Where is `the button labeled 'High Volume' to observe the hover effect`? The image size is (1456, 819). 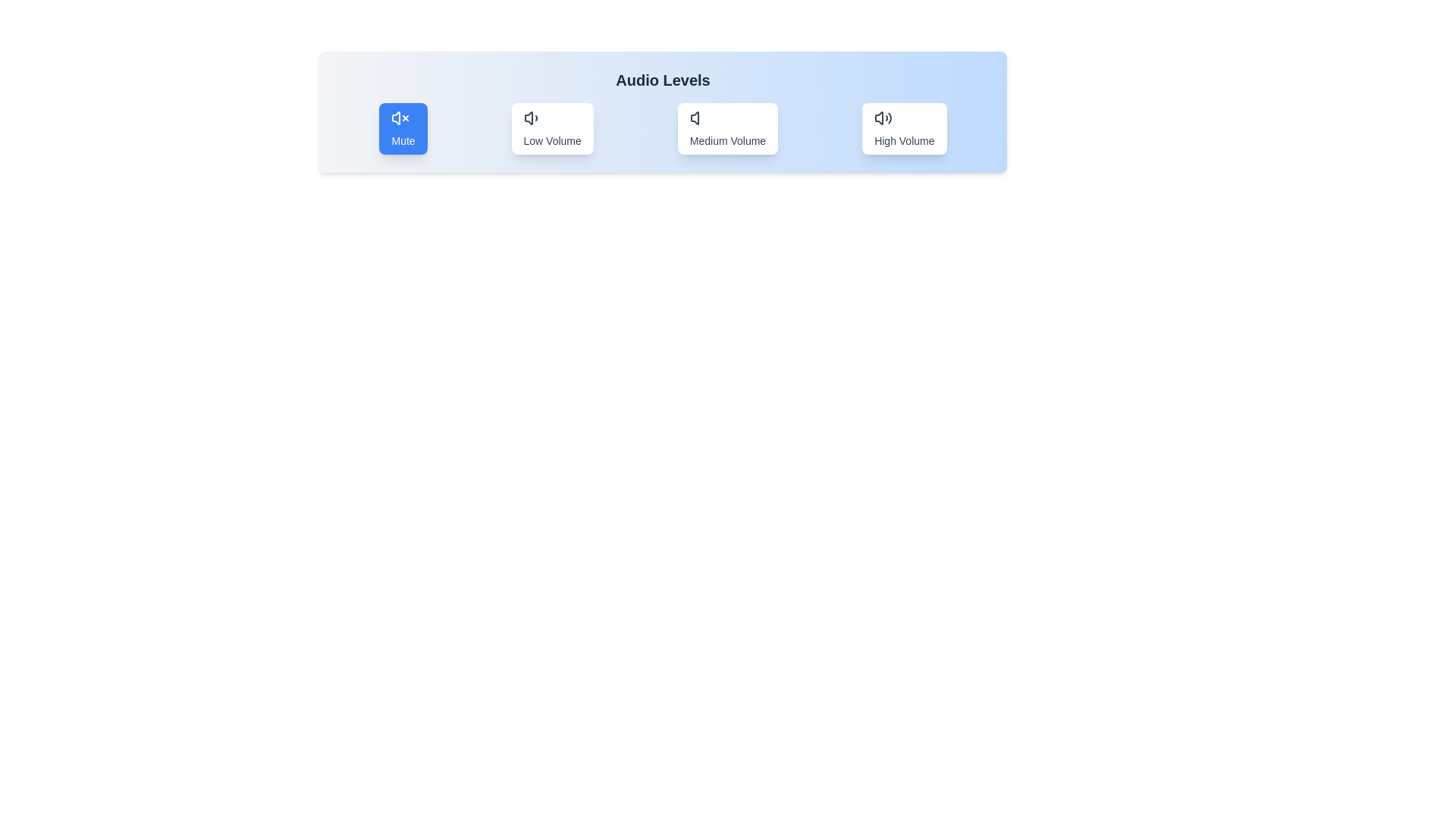 the button labeled 'High Volume' to observe the hover effect is located at coordinates (905, 127).